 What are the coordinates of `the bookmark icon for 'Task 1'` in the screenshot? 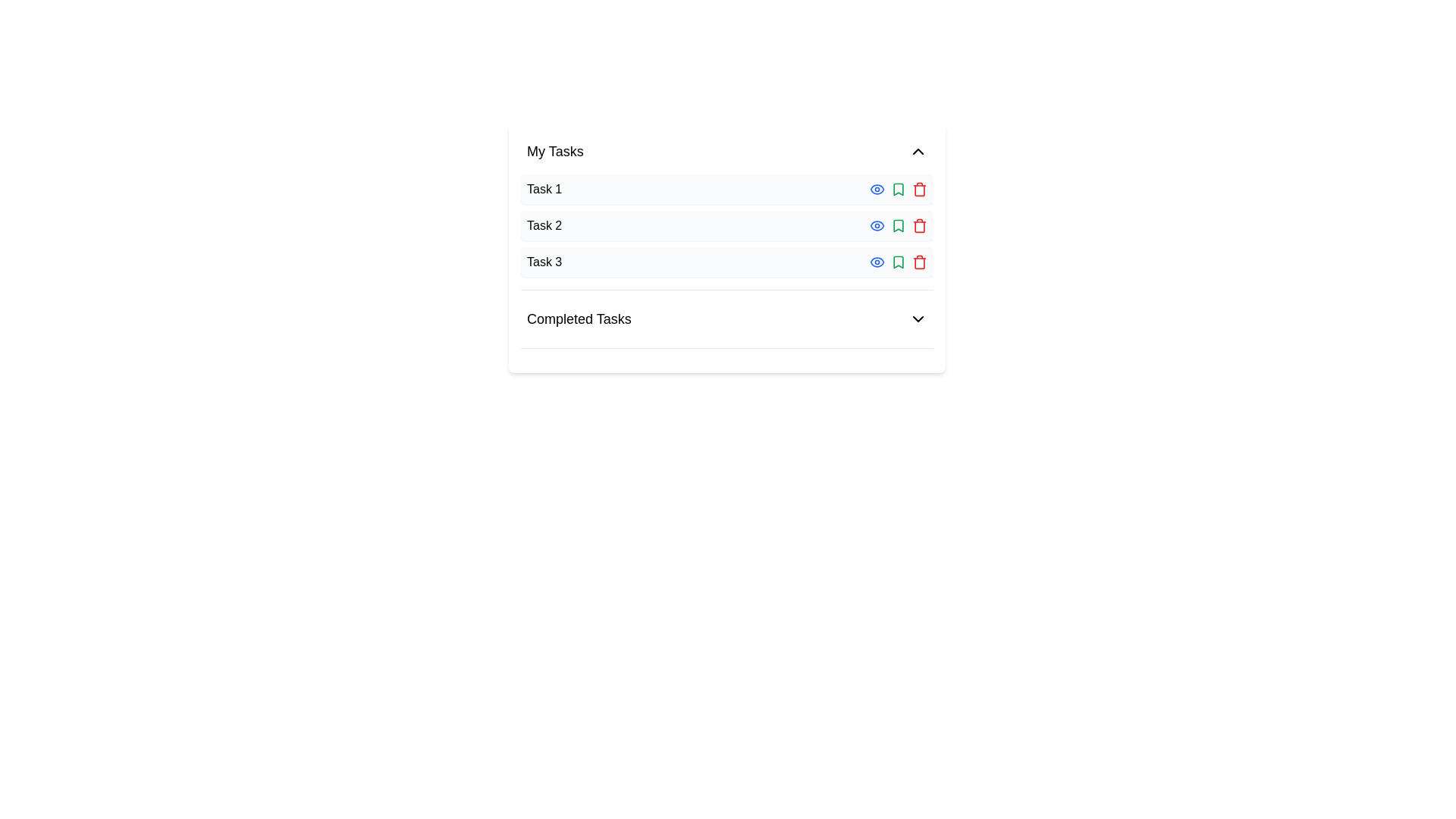 It's located at (899, 262).